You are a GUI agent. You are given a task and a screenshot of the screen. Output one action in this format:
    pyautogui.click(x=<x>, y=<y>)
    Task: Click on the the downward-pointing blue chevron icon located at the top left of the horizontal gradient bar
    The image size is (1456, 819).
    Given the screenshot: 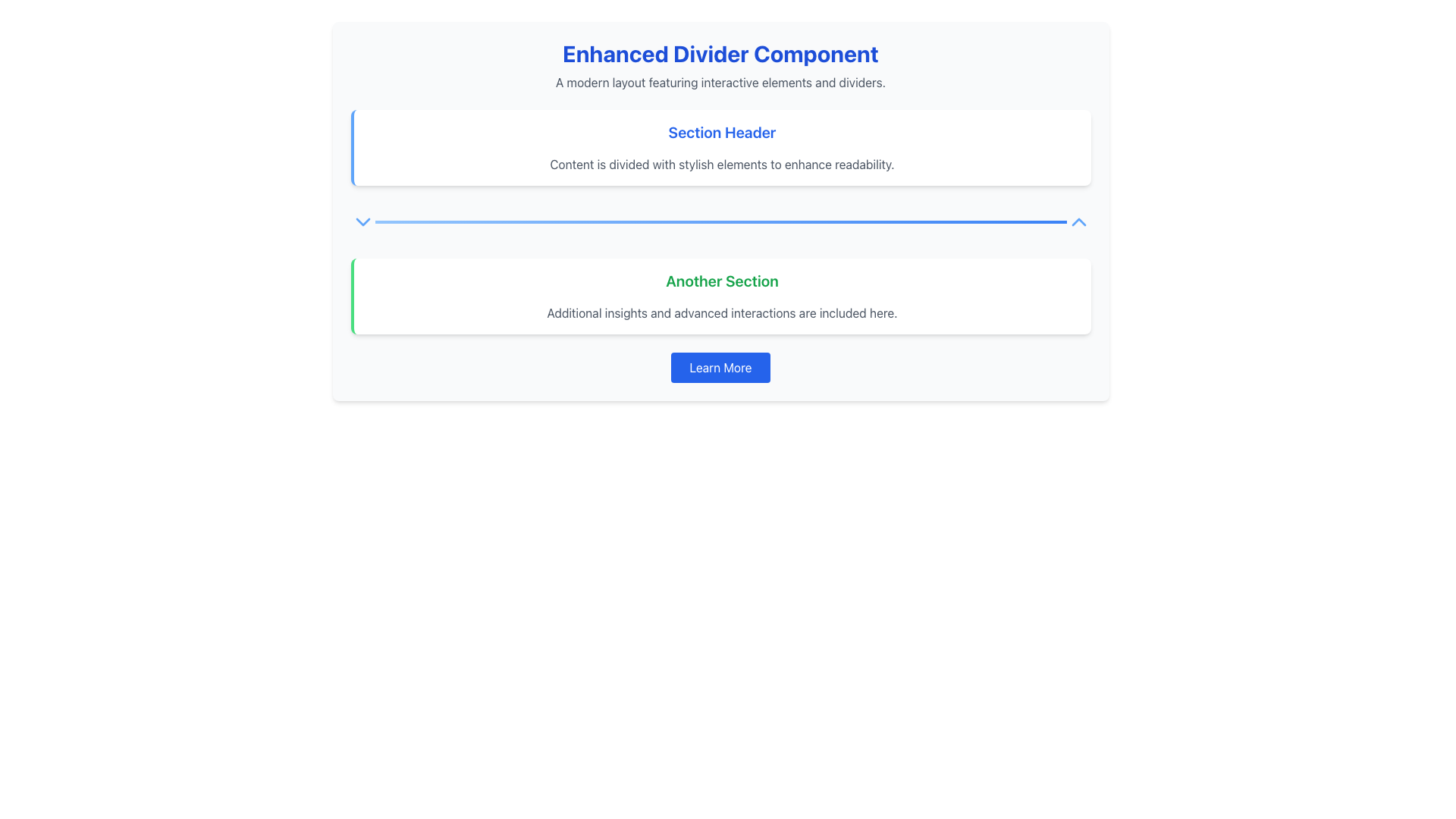 What is the action you would take?
    pyautogui.click(x=362, y=222)
    